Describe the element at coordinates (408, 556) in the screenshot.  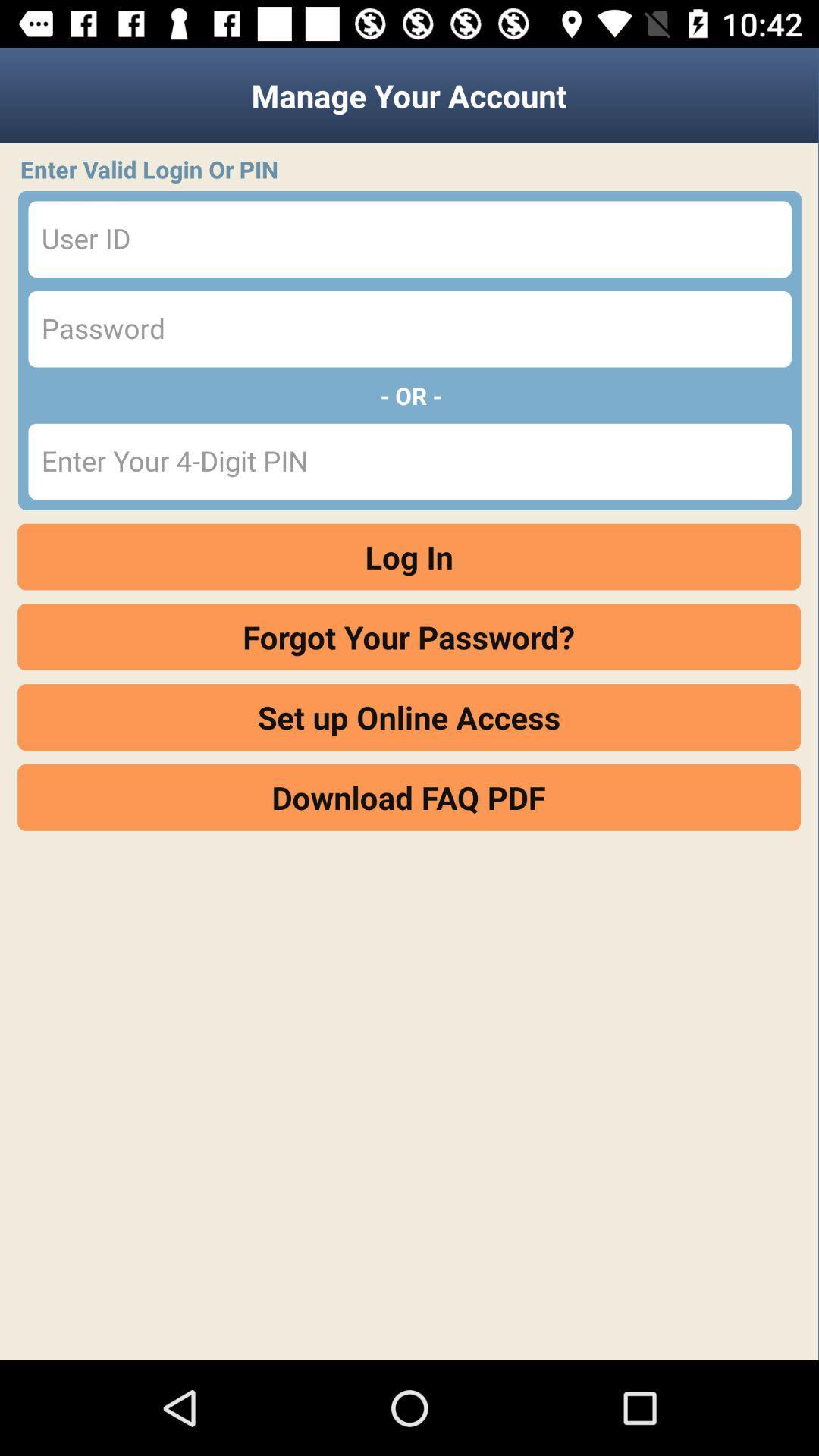
I see `the log in icon` at that location.